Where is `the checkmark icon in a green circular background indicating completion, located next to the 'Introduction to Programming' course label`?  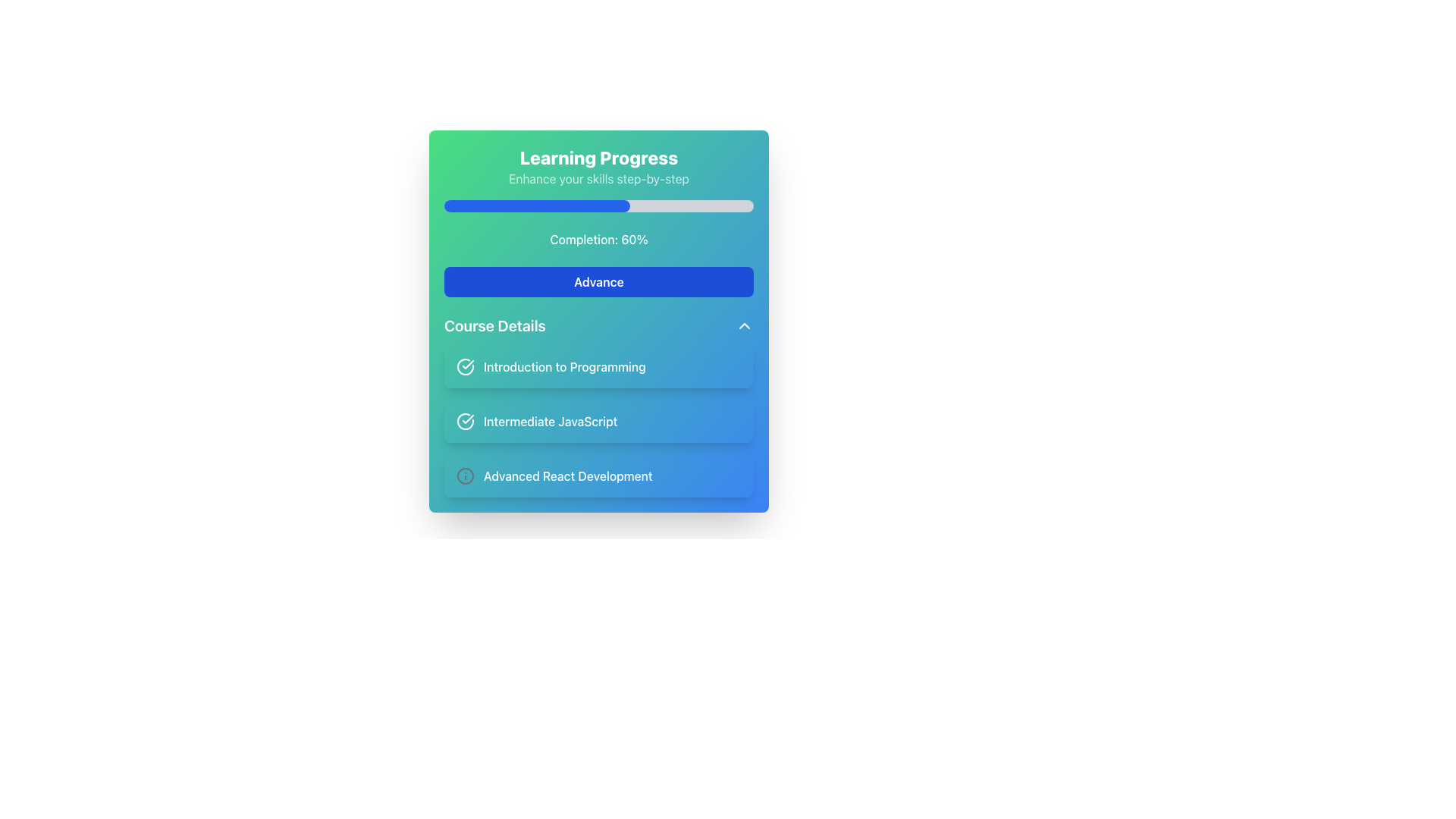 the checkmark icon in a green circular background indicating completion, located next to the 'Introduction to Programming' course label is located at coordinates (467, 419).